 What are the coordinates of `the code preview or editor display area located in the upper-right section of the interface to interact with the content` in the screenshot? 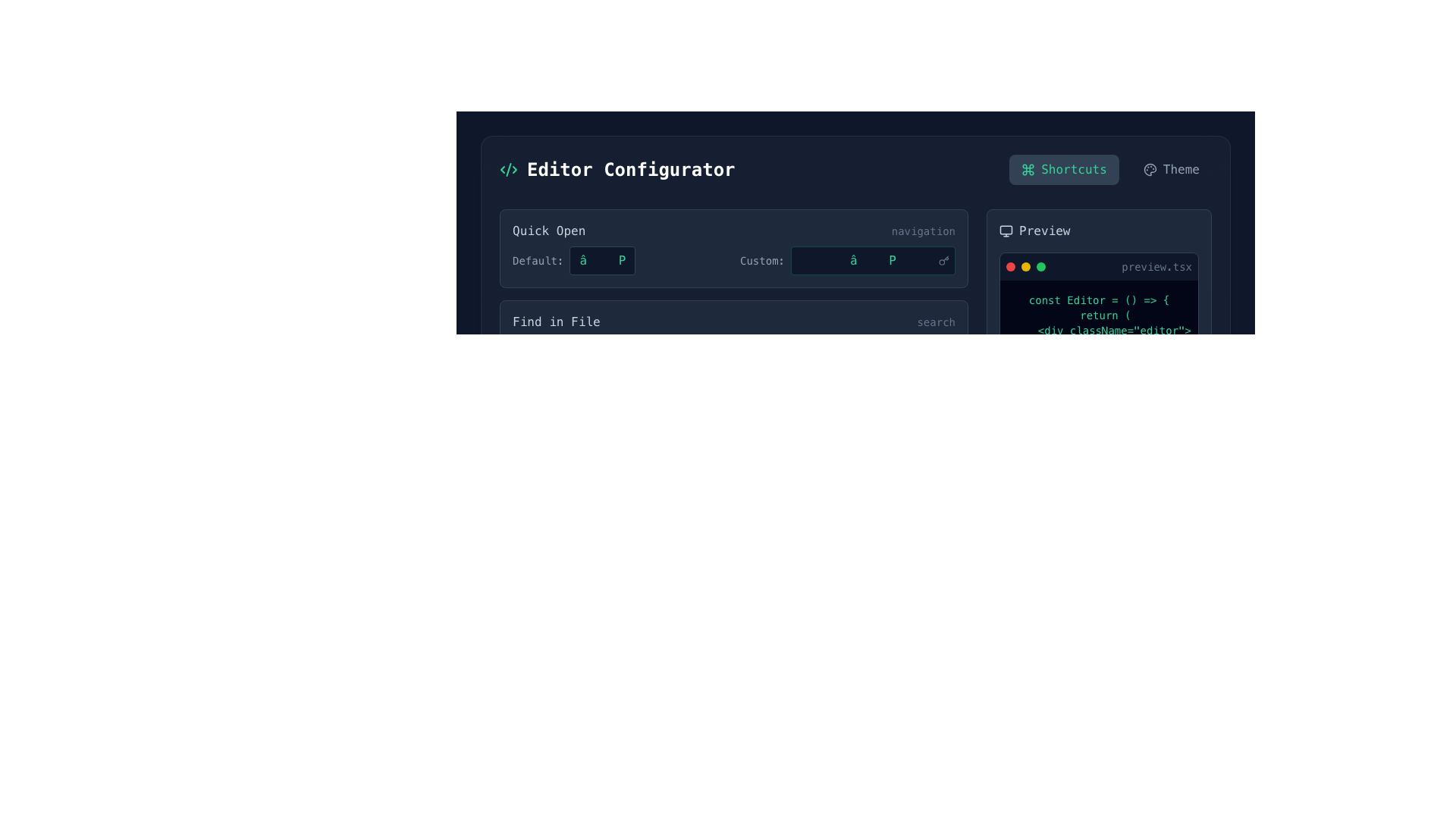 It's located at (1099, 324).